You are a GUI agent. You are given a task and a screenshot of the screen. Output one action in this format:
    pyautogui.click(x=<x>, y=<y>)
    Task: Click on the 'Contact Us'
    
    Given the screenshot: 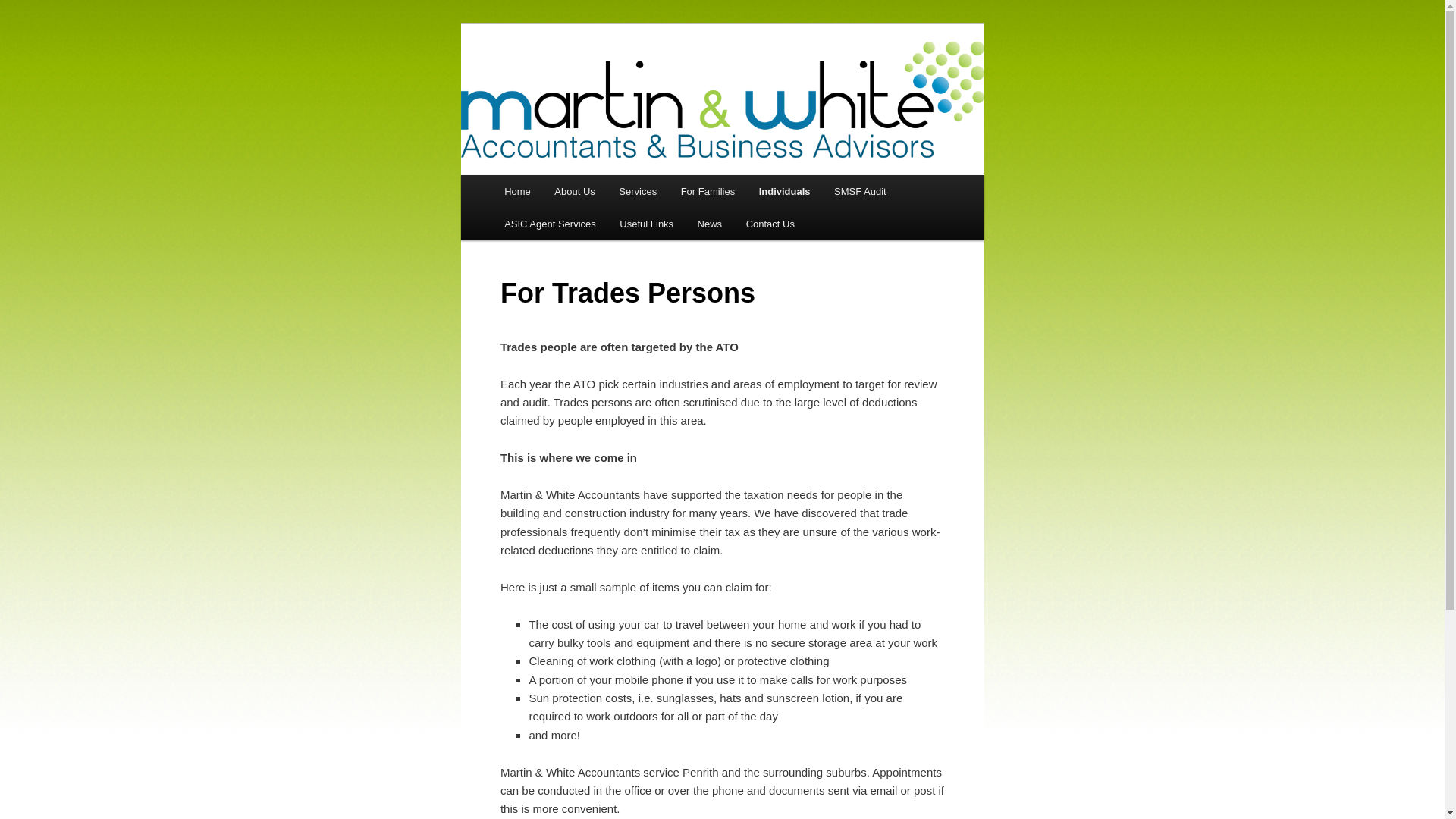 What is the action you would take?
    pyautogui.click(x=734, y=224)
    